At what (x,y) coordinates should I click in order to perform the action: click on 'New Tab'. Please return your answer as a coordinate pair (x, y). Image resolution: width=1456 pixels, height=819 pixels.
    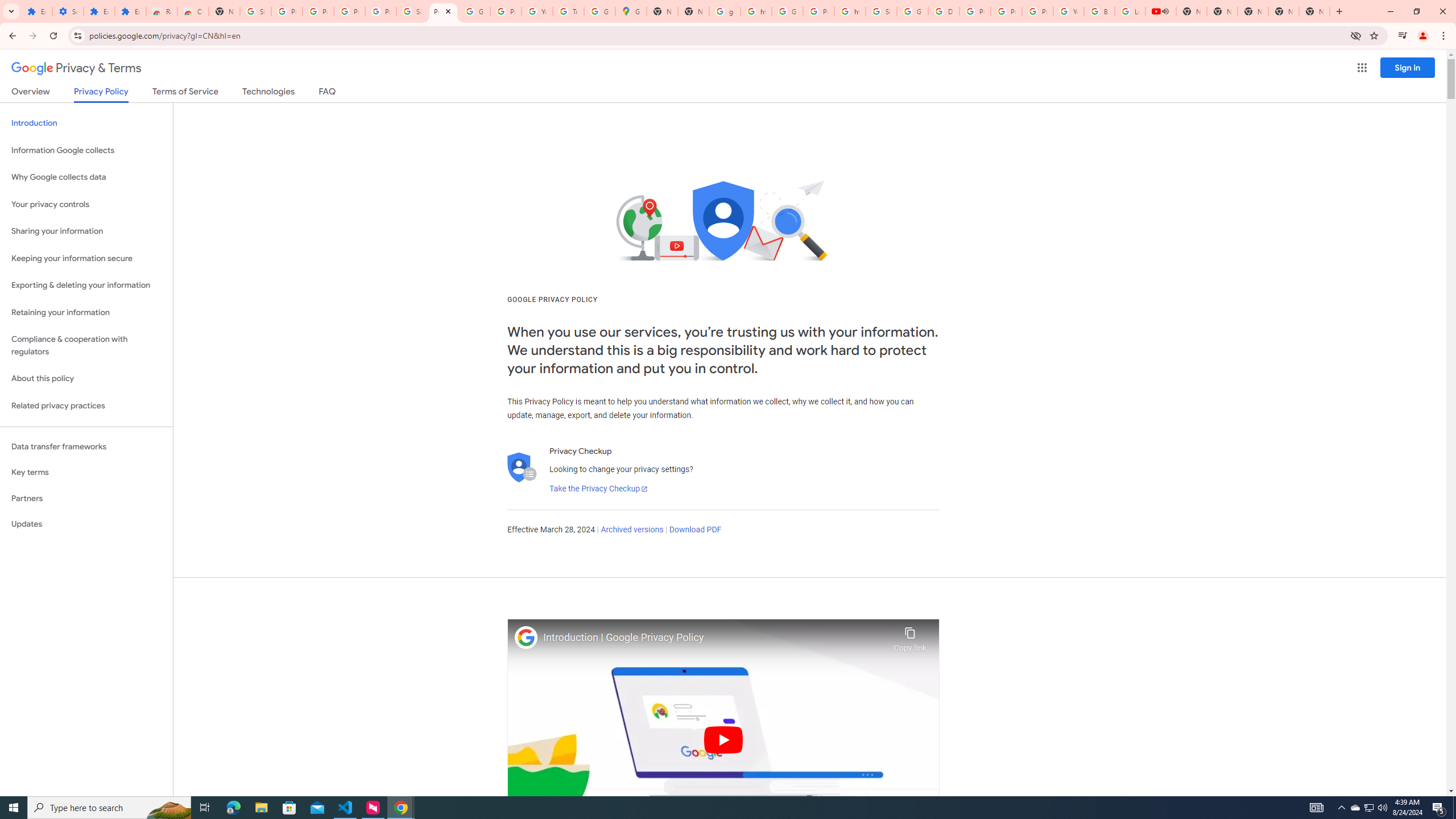
    Looking at the image, I should click on (1314, 11).